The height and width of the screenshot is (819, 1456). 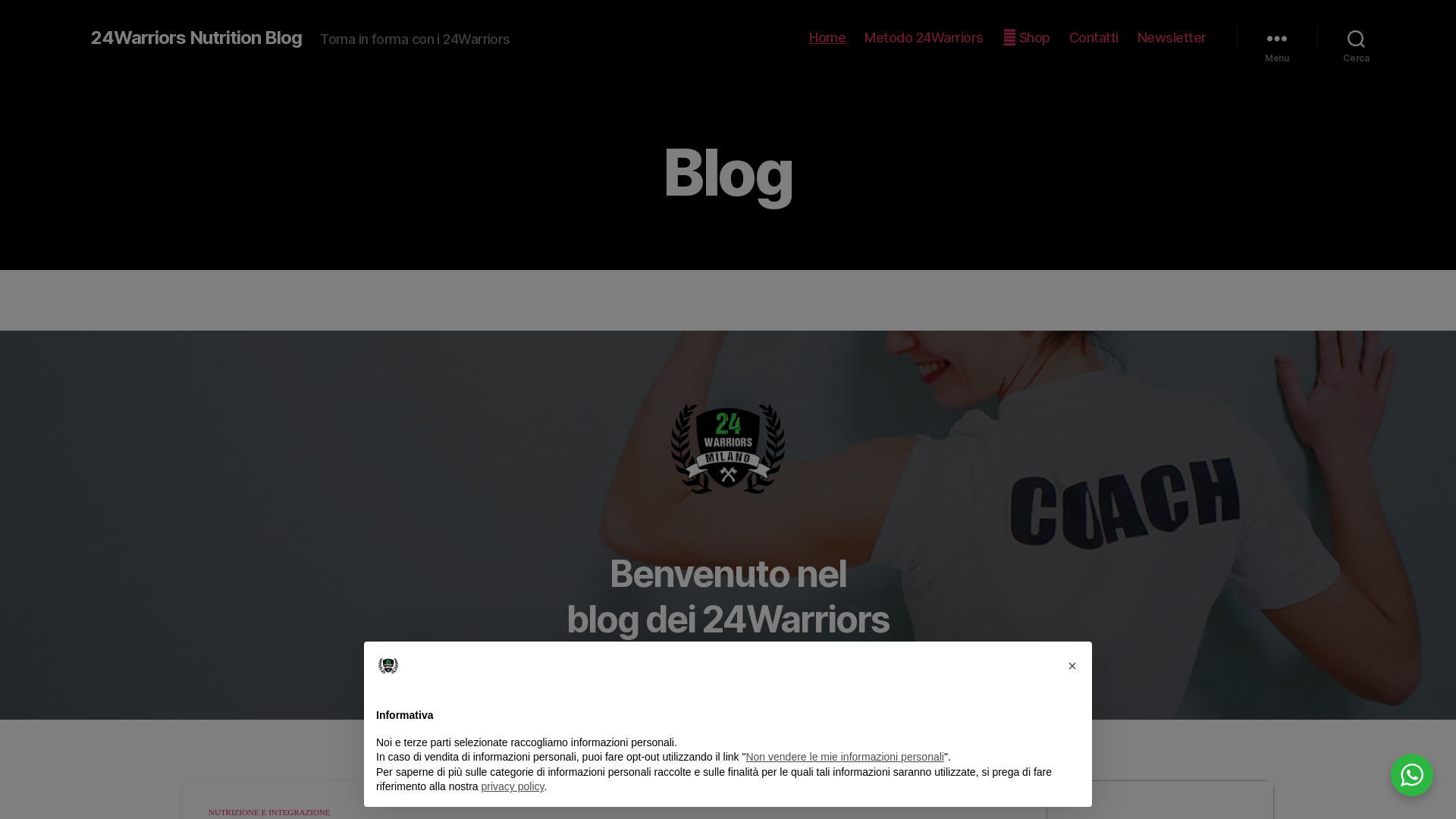 I want to click on 'Menu', so click(x=1276, y=37).